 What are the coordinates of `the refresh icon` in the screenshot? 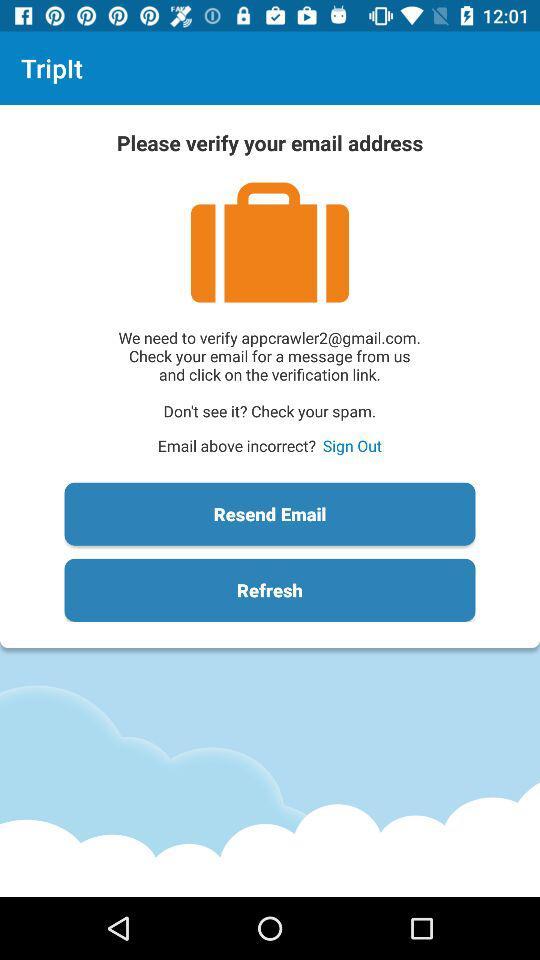 It's located at (270, 590).